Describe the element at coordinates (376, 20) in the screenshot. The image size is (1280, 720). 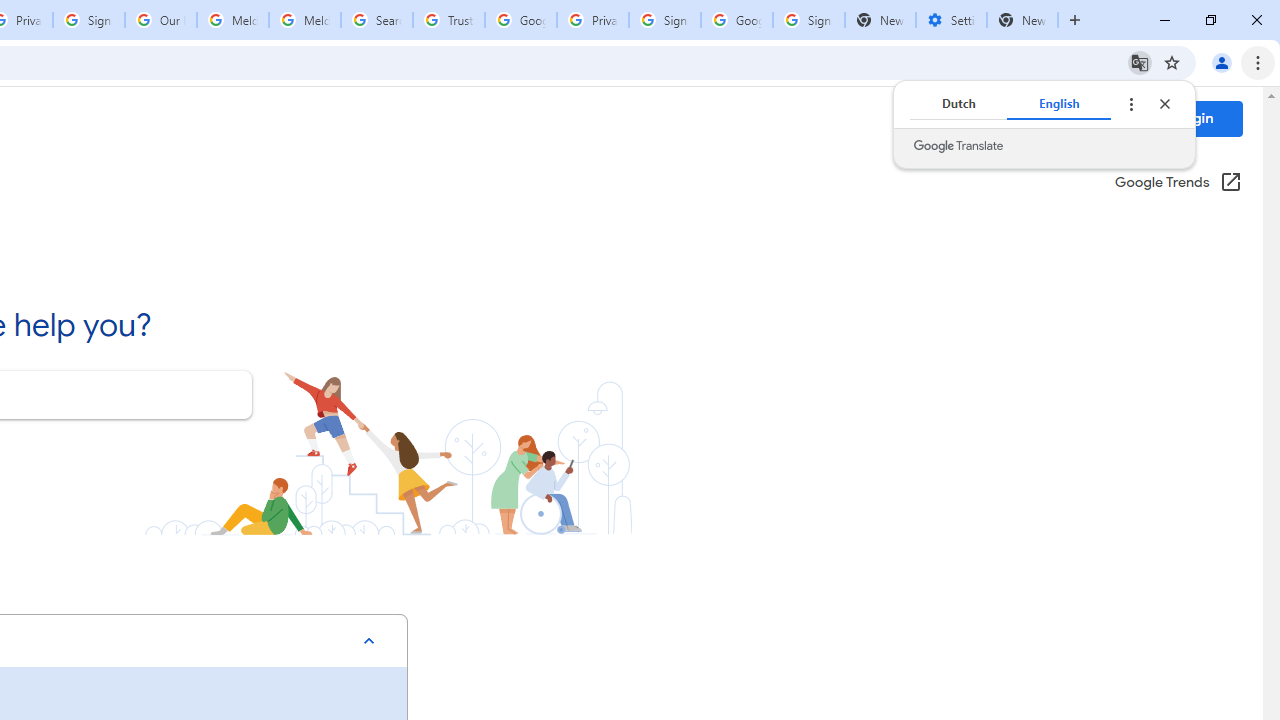
I see `'Search our Doodle Library Collection - Google Doodles'` at that location.